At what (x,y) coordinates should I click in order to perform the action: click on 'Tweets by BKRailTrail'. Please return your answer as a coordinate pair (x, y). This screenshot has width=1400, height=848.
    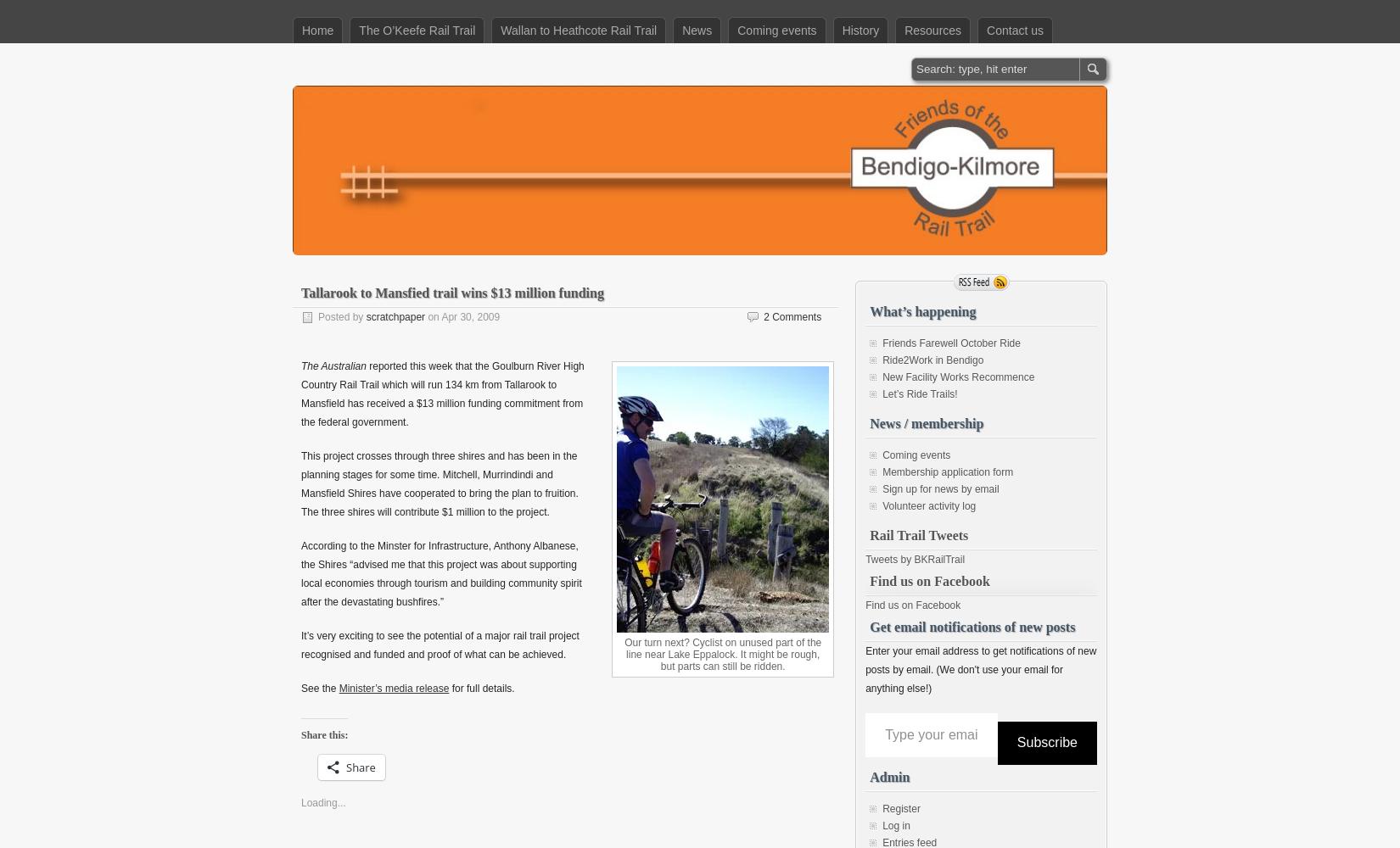
    Looking at the image, I should click on (915, 560).